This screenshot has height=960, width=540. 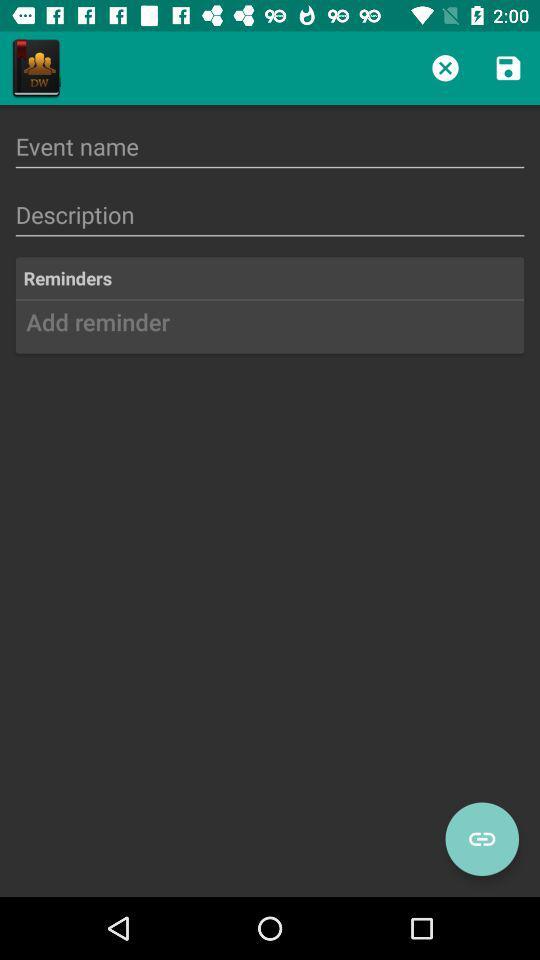 What do you see at coordinates (481, 839) in the screenshot?
I see `share event` at bounding box center [481, 839].